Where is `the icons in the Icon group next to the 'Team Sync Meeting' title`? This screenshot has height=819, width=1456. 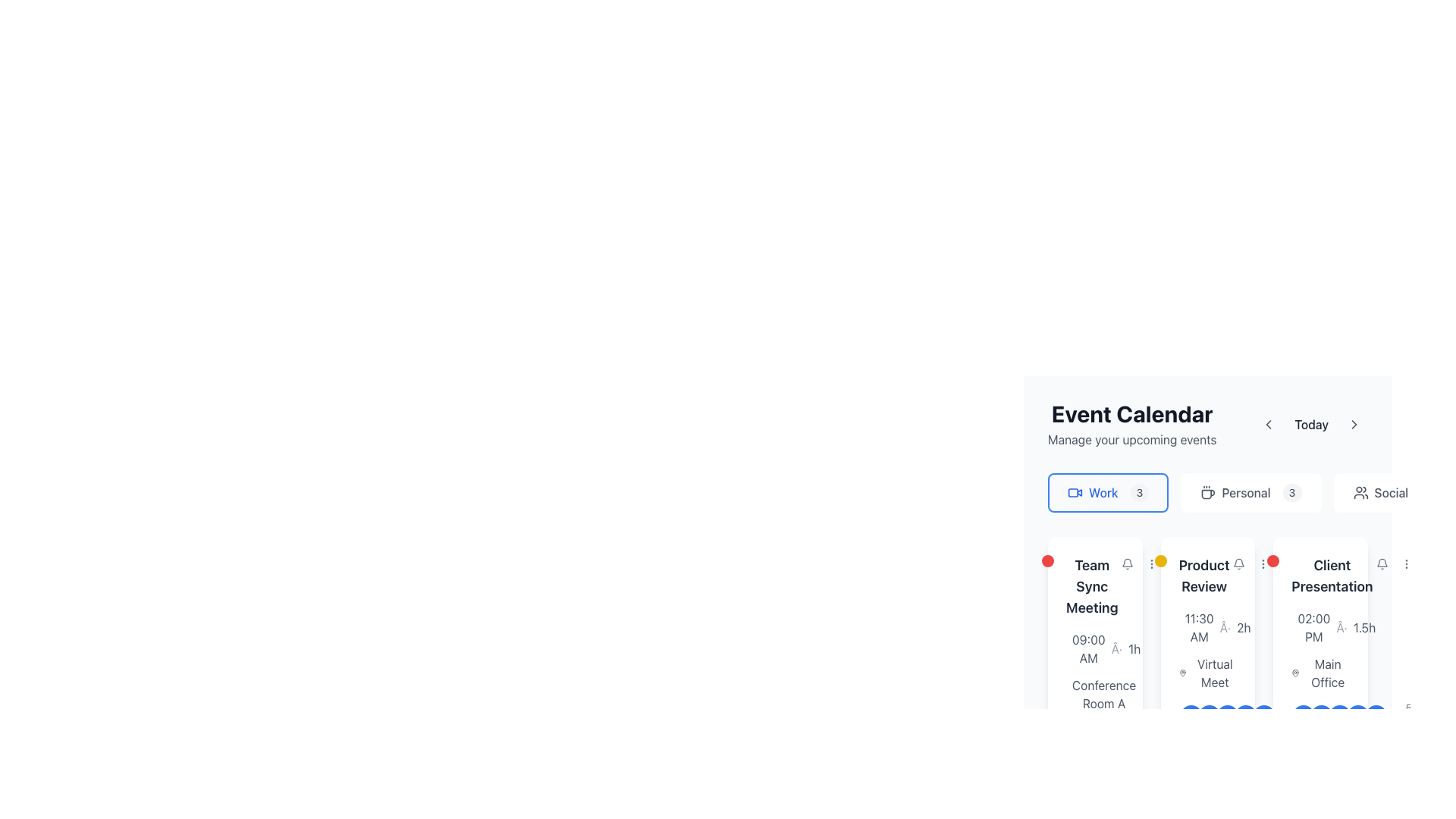
the icons in the Icon group next to the 'Team Sync Meeting' title is located at coordinates (1139, 564).